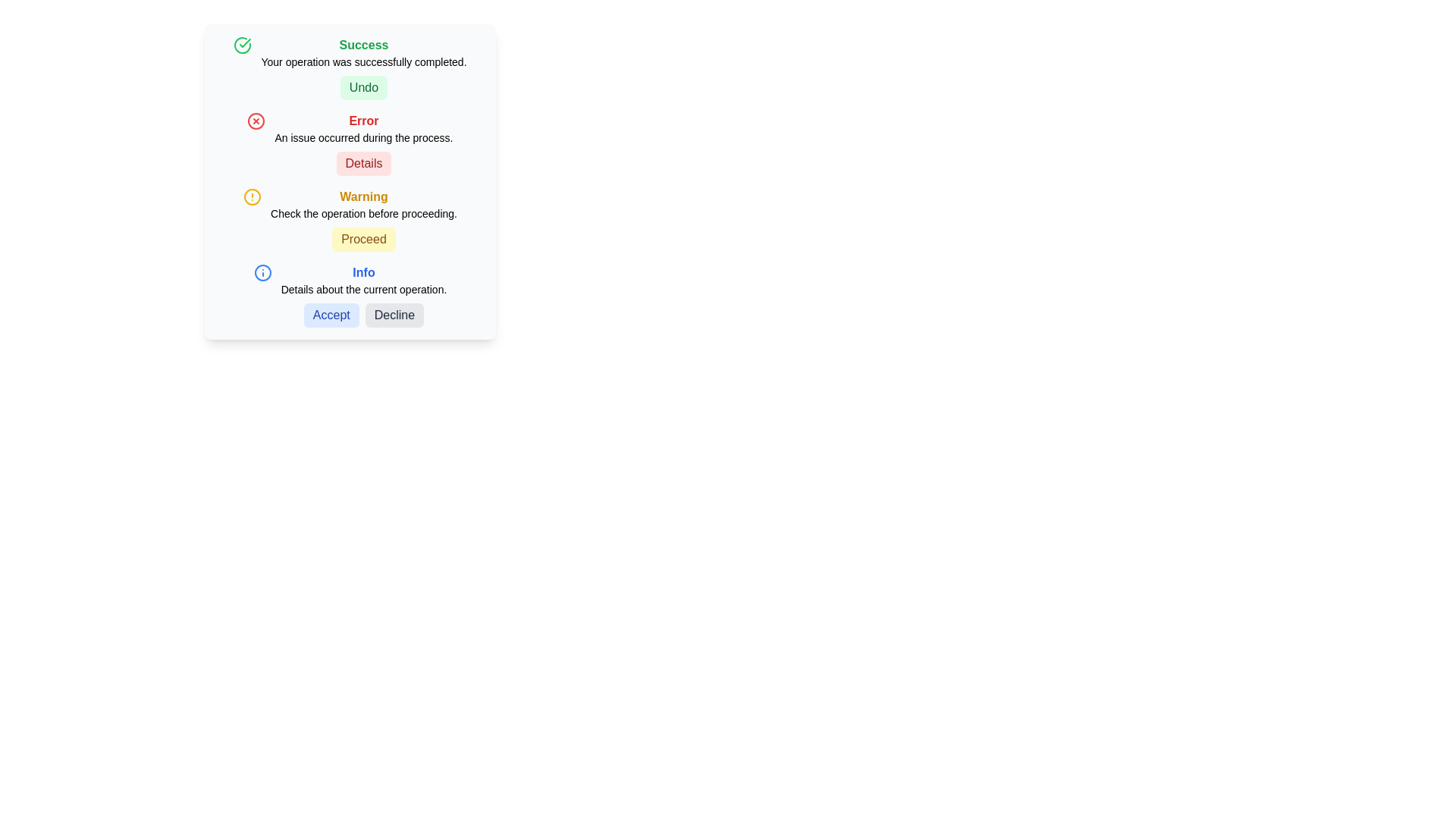 This screenshot has height=819, width=1456. I want to click on the 'Details' button, which is a rounded rectangular button with red text on a light red background, located below the error message, so click(364, 164).